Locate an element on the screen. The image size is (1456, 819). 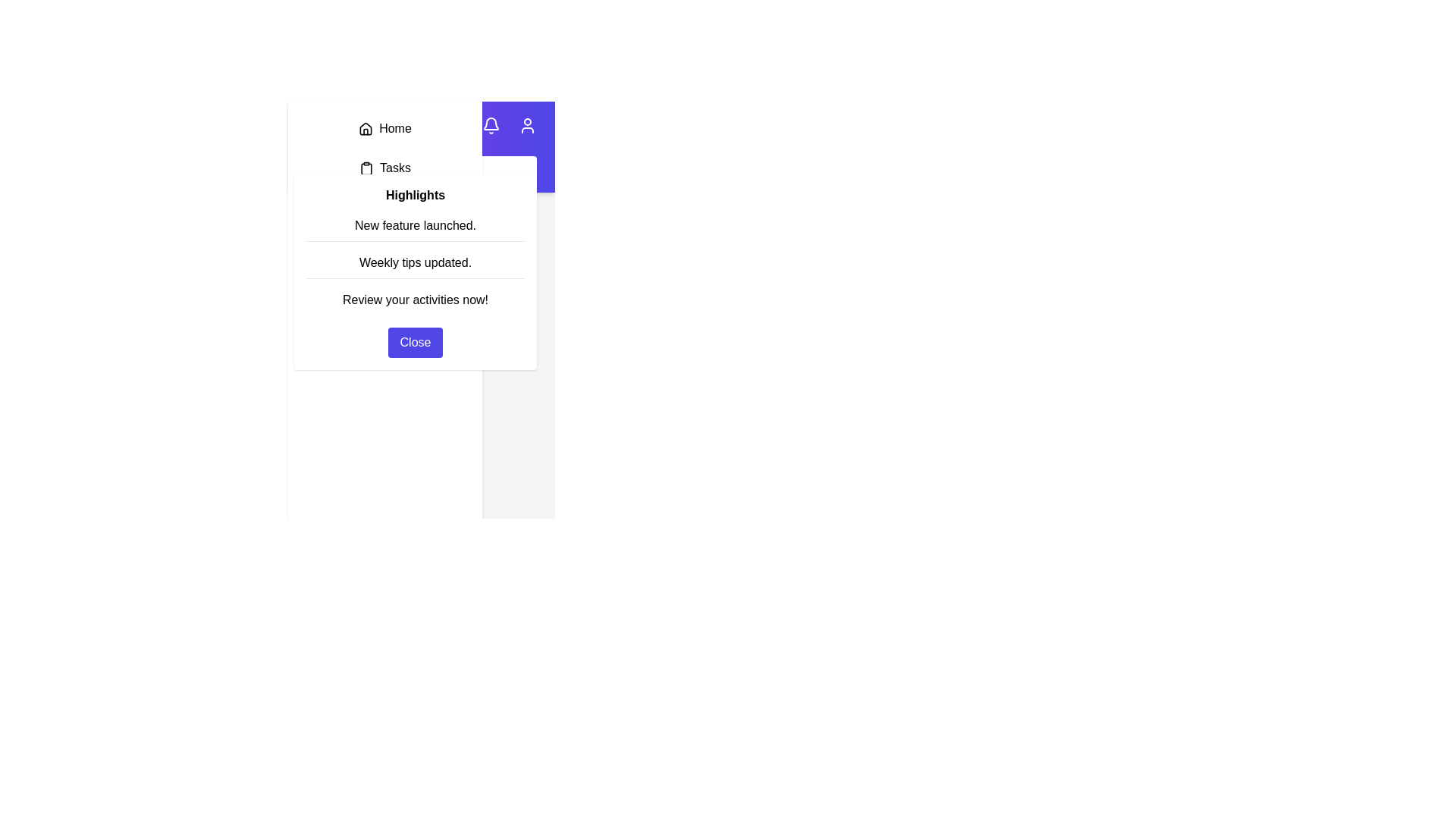
the static text element displaying 'Weekly tips updated.' located in the Highlights section of the modal window is located at coordinates (415, 262).